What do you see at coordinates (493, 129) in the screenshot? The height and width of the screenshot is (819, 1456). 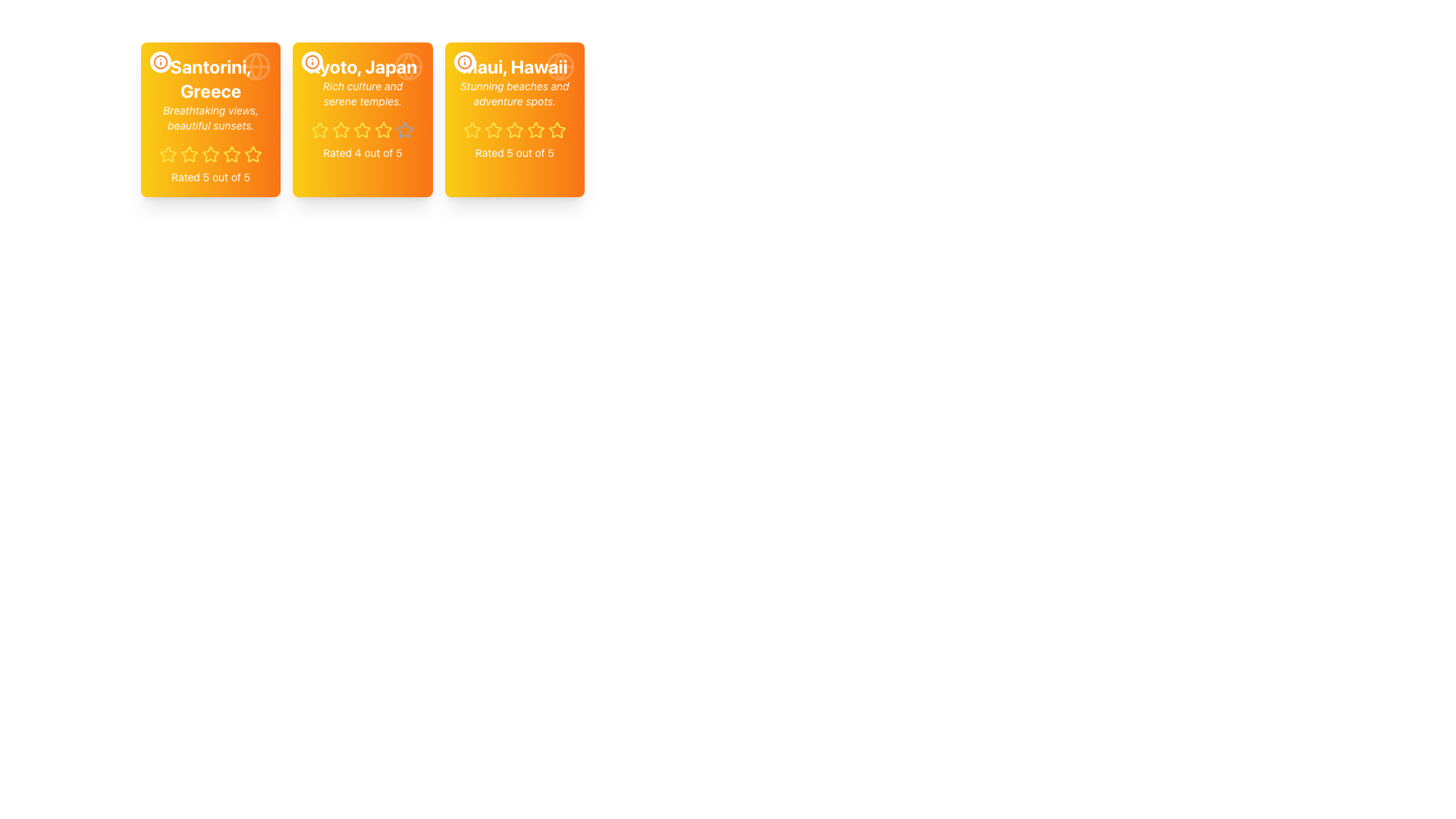 I see `the first star icon in the rating panel for 'Maui, Hawaii'` at bounding box center [493, 129].